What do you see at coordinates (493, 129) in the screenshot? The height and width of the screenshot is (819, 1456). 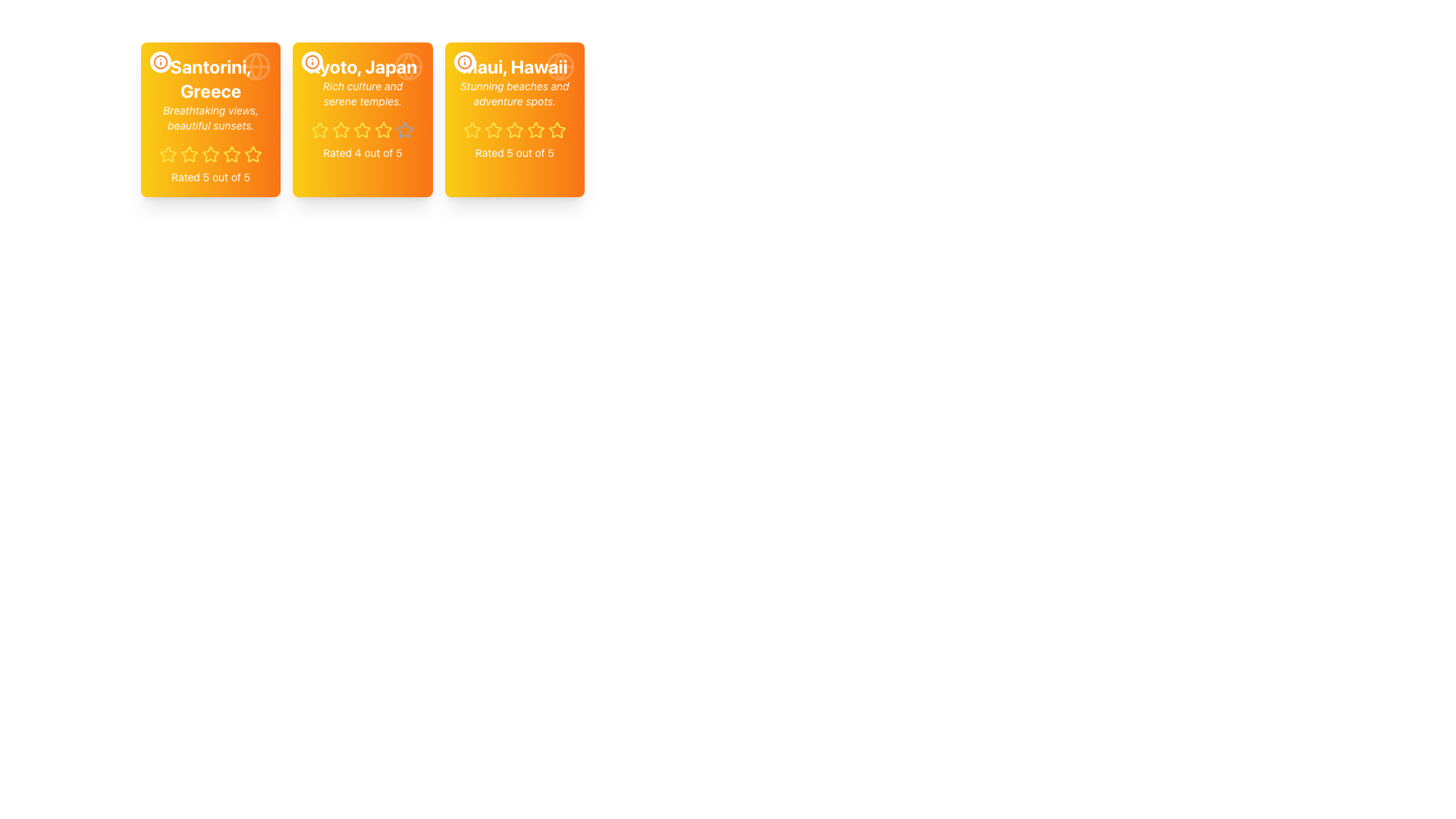 I see `the first star icon in the rating panel for 'Maui, Hawaii'` at bounding box center [493, 129].